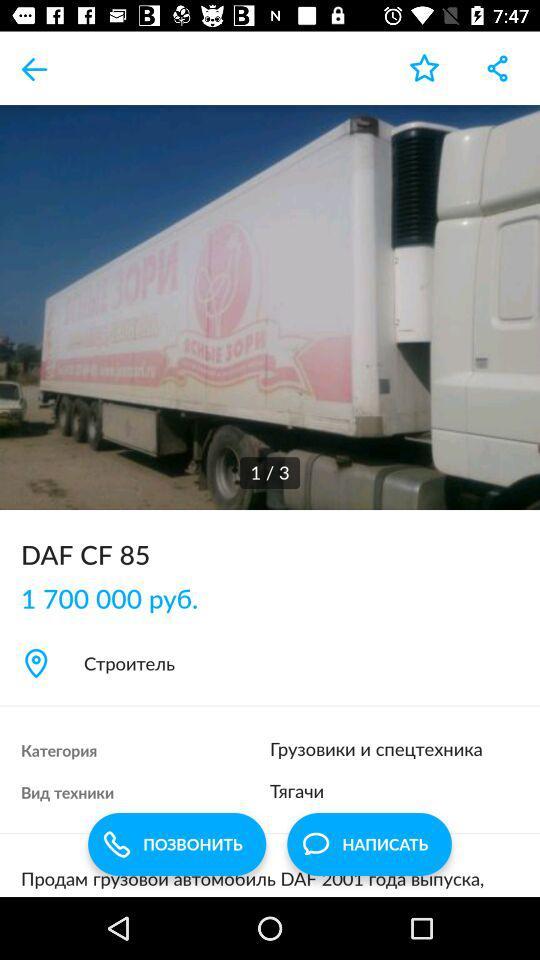  I want to click on the icon on the top left side corner, so click(36, 68).